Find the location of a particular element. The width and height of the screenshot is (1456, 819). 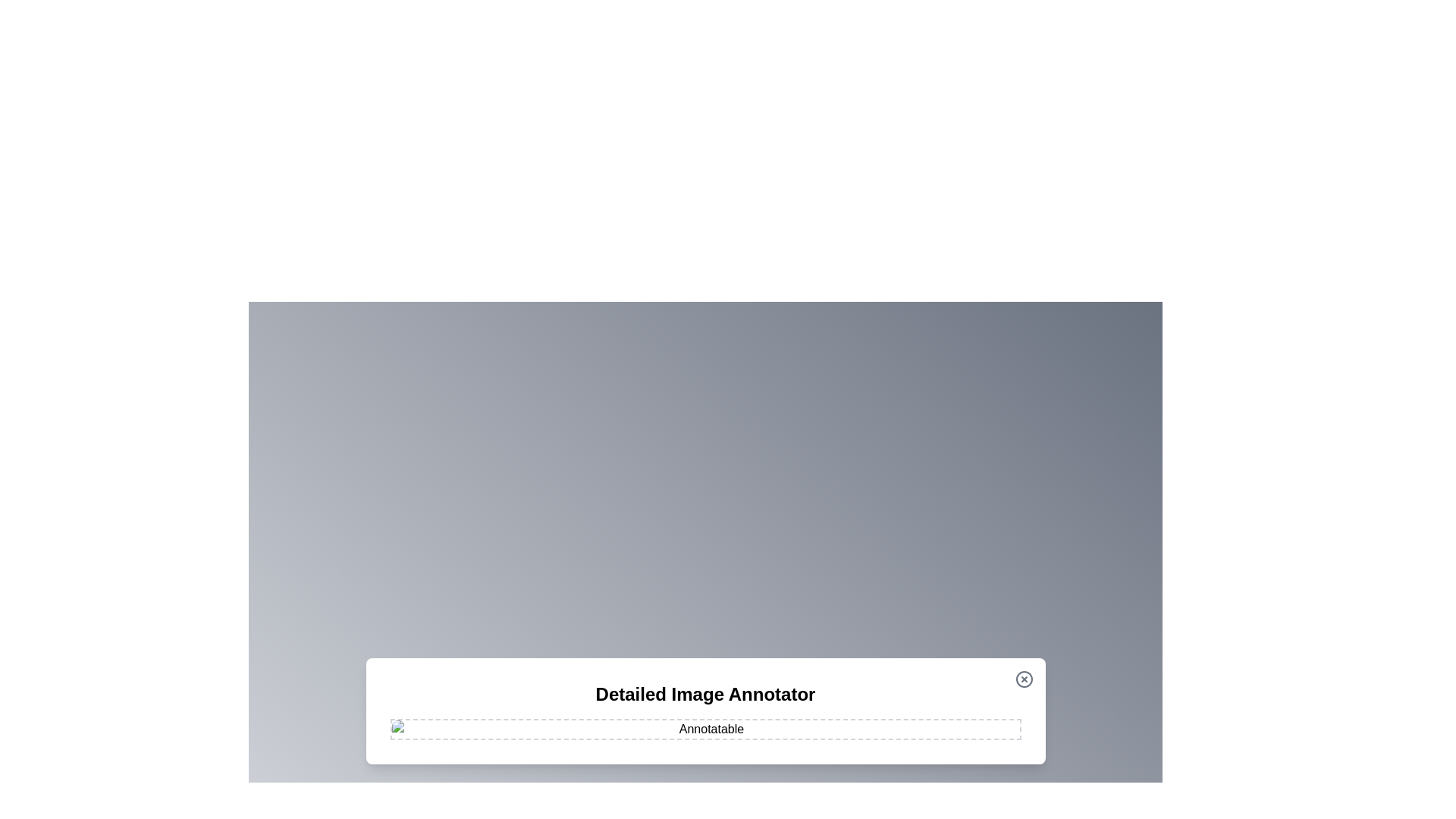

the image at coordinates (1237, 963) to add an annotation is located at coordinates (937, 730).